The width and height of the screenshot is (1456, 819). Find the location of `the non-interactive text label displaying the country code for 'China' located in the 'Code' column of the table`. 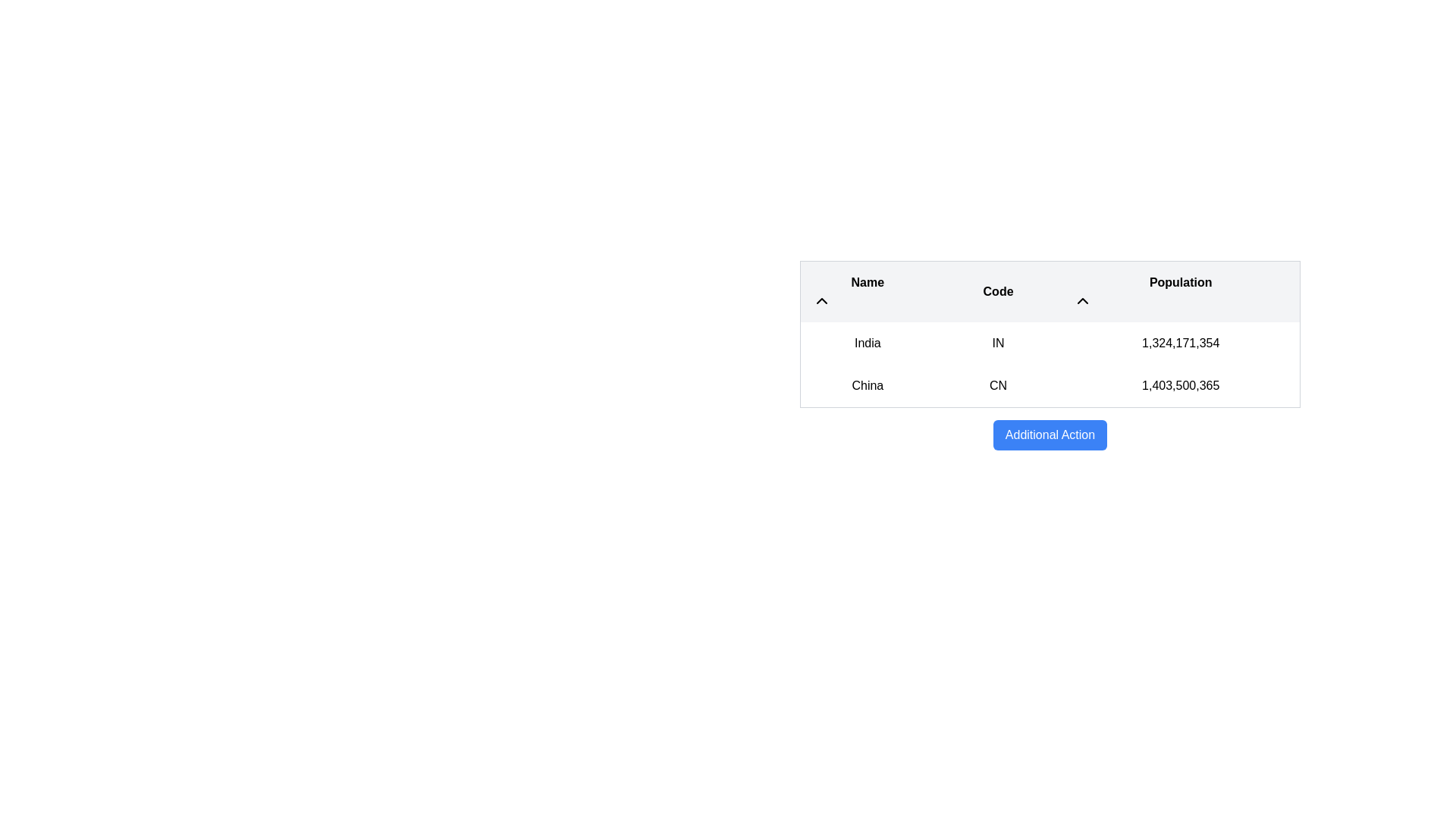

the non-interactive text label displaying the country code for 'China' located in the 'Code' column of the table is located at coordinates (998, 385).